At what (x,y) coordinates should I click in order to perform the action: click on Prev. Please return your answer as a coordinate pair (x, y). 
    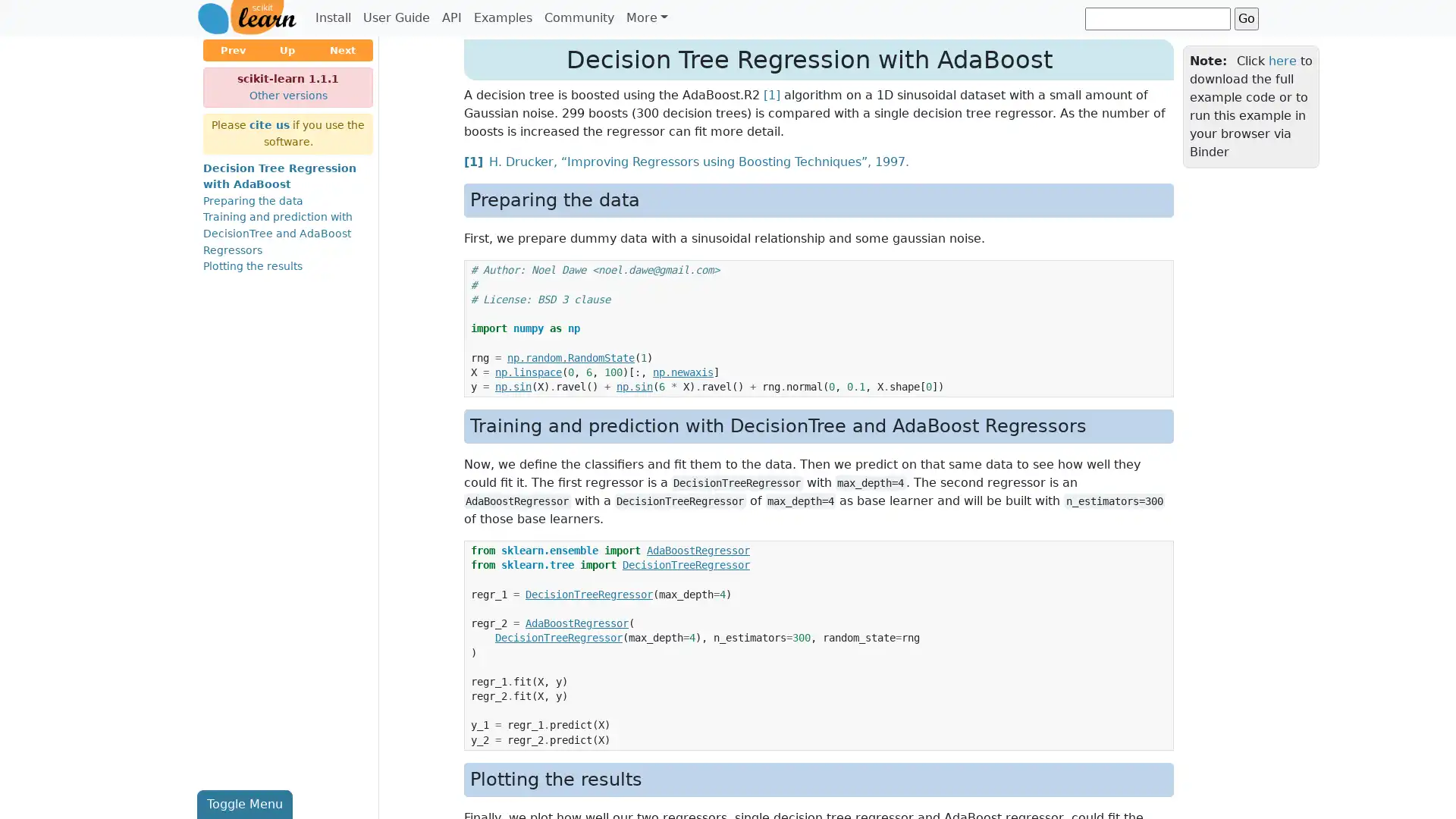
    Looking at the image, I should click on (232, 49).